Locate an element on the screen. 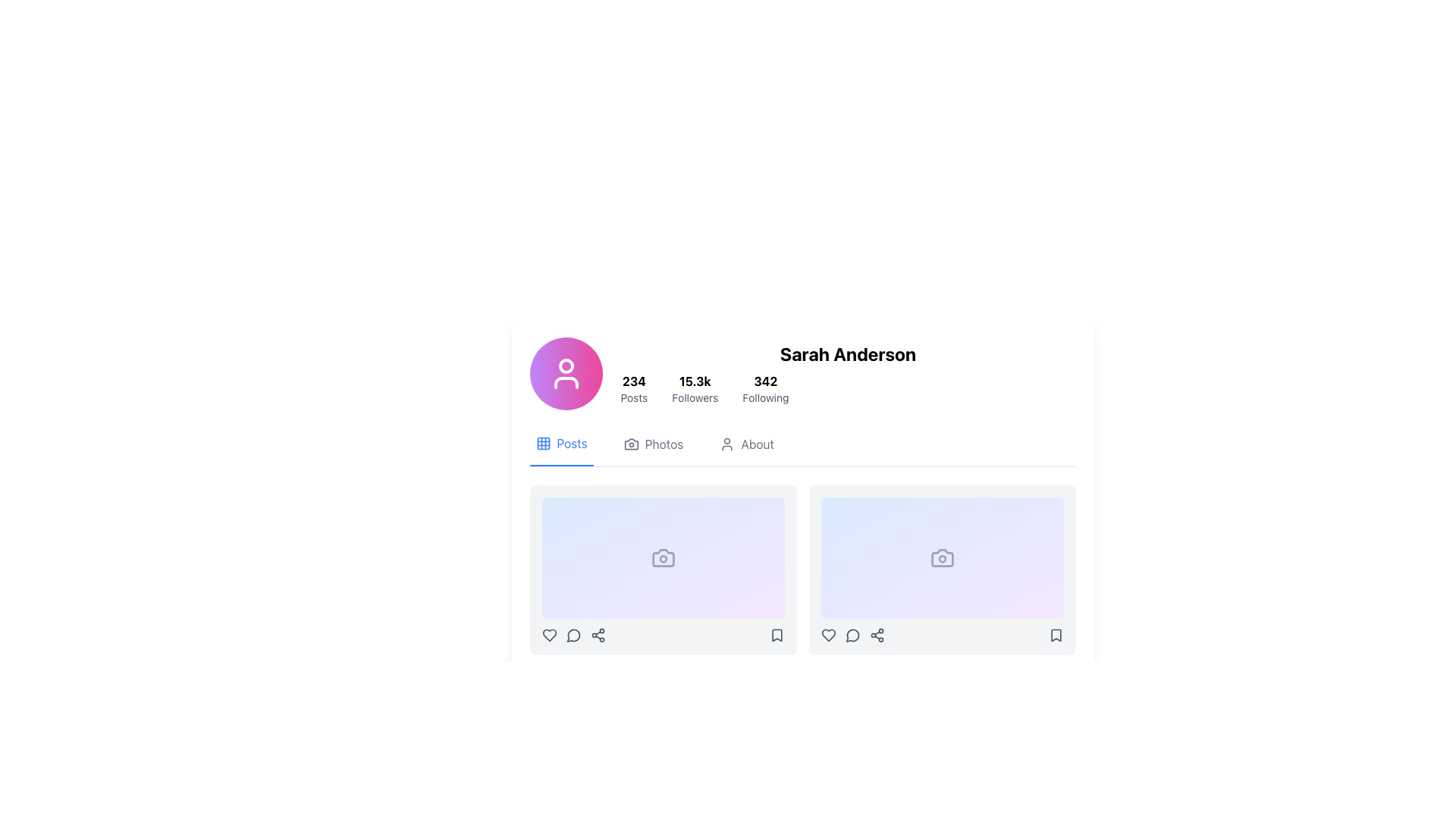 Image resolution: width=1456 pixels, height=819 pixels. the horizontal navigation bar located near the top of the page below the user's name is located at coordinates (802, 450).